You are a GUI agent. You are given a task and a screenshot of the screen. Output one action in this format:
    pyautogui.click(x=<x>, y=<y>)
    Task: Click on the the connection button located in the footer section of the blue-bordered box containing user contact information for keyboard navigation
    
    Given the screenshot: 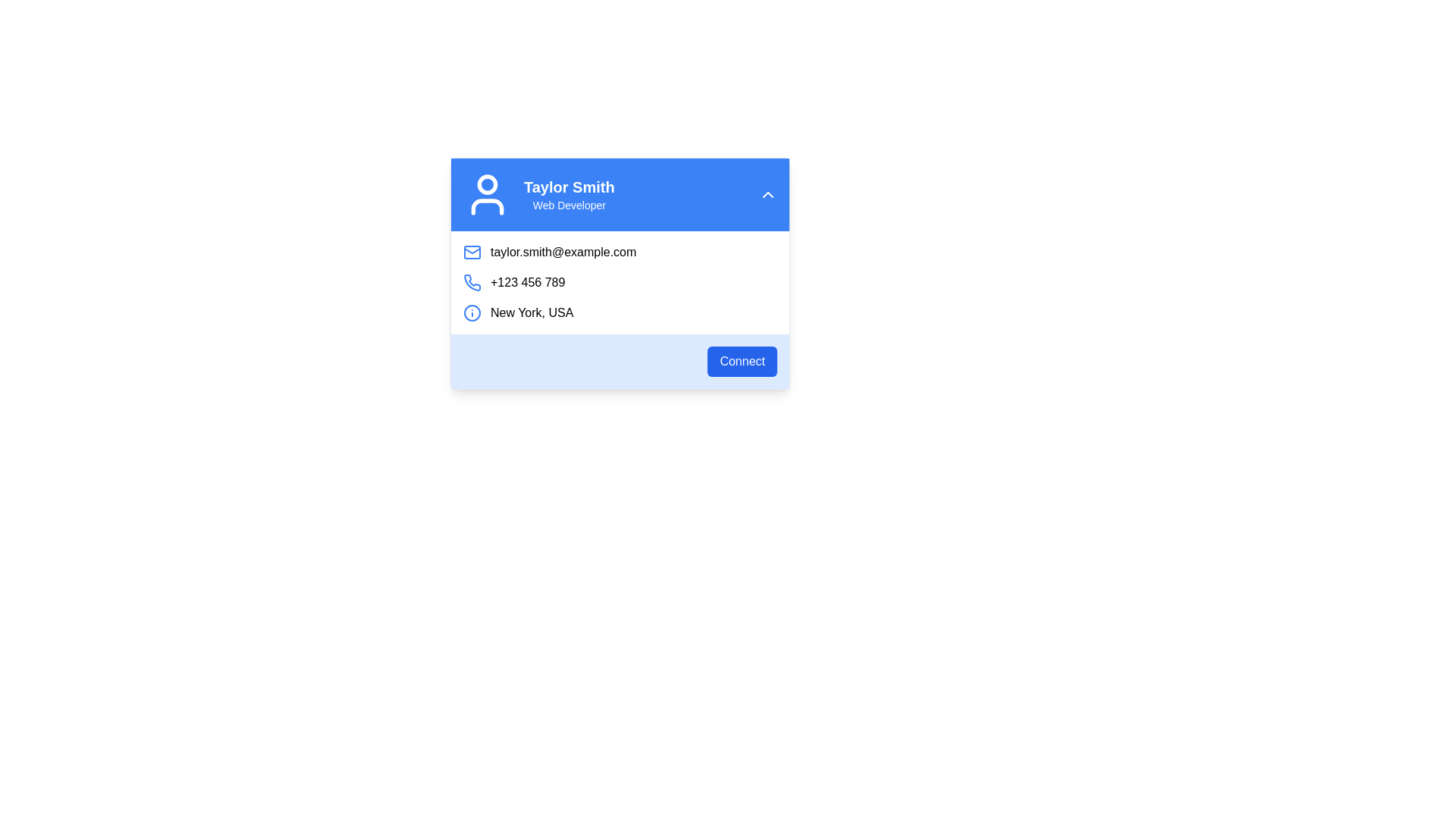 What is the action you would take?
    pyautogui.click(x=742, y=362)
    